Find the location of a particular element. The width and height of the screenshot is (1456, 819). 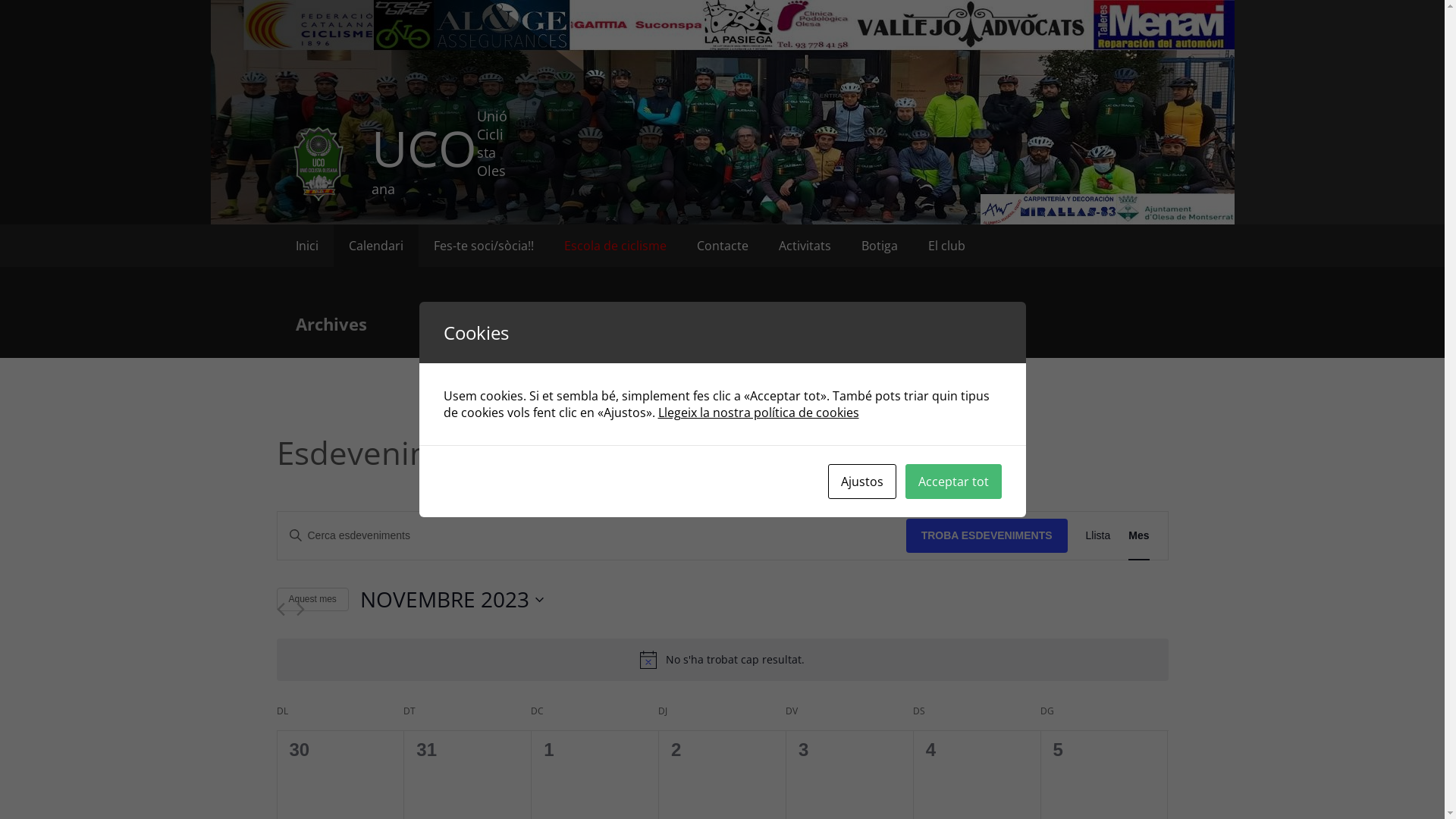

'Acceptar tot' is located at coordinates (952, 482).